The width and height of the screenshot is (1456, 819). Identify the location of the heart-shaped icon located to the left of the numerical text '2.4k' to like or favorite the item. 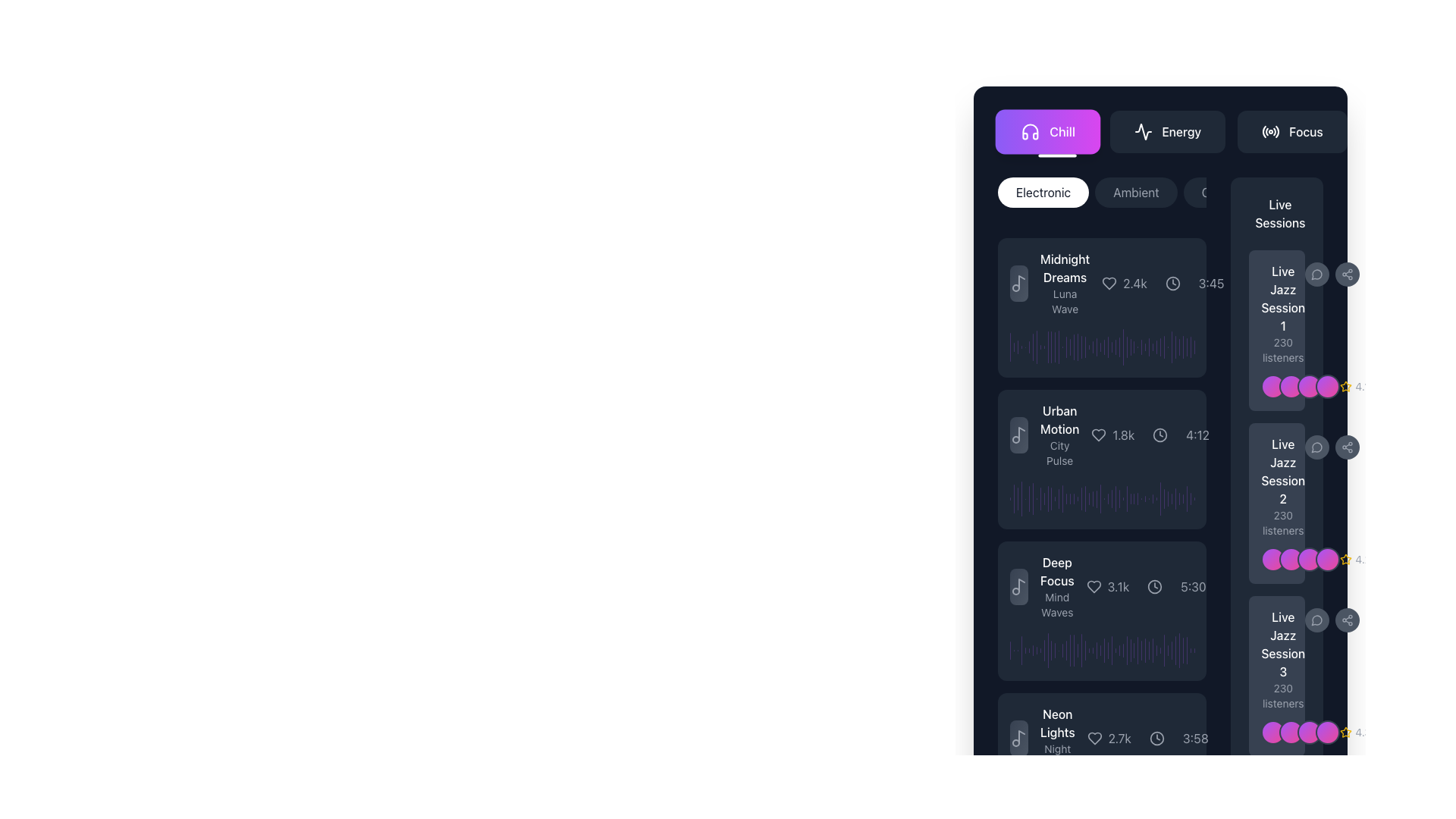
(1109, 284).